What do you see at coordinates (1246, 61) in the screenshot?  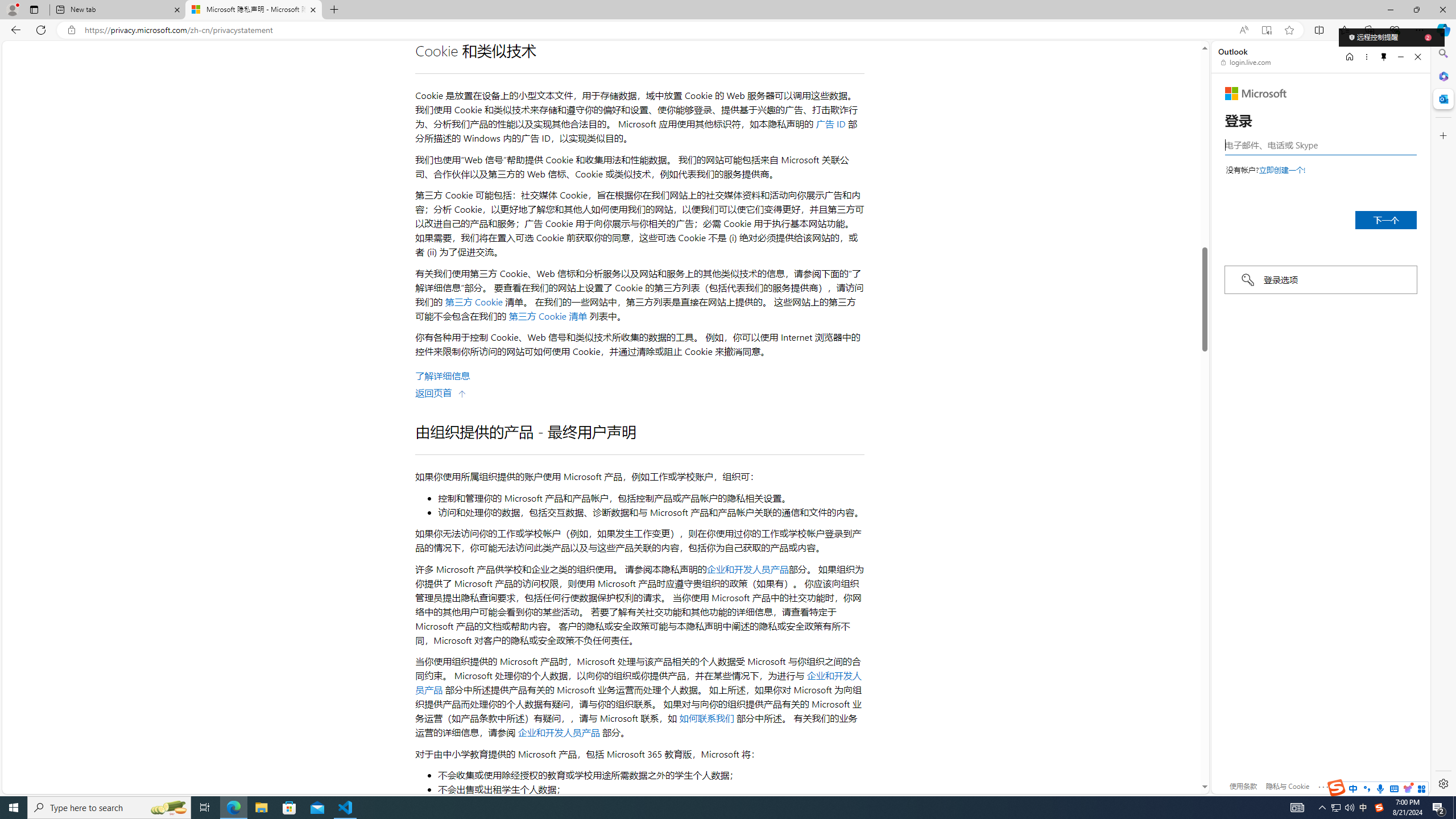 I see `'login.live.com'` at bounding box center [1246, 61].